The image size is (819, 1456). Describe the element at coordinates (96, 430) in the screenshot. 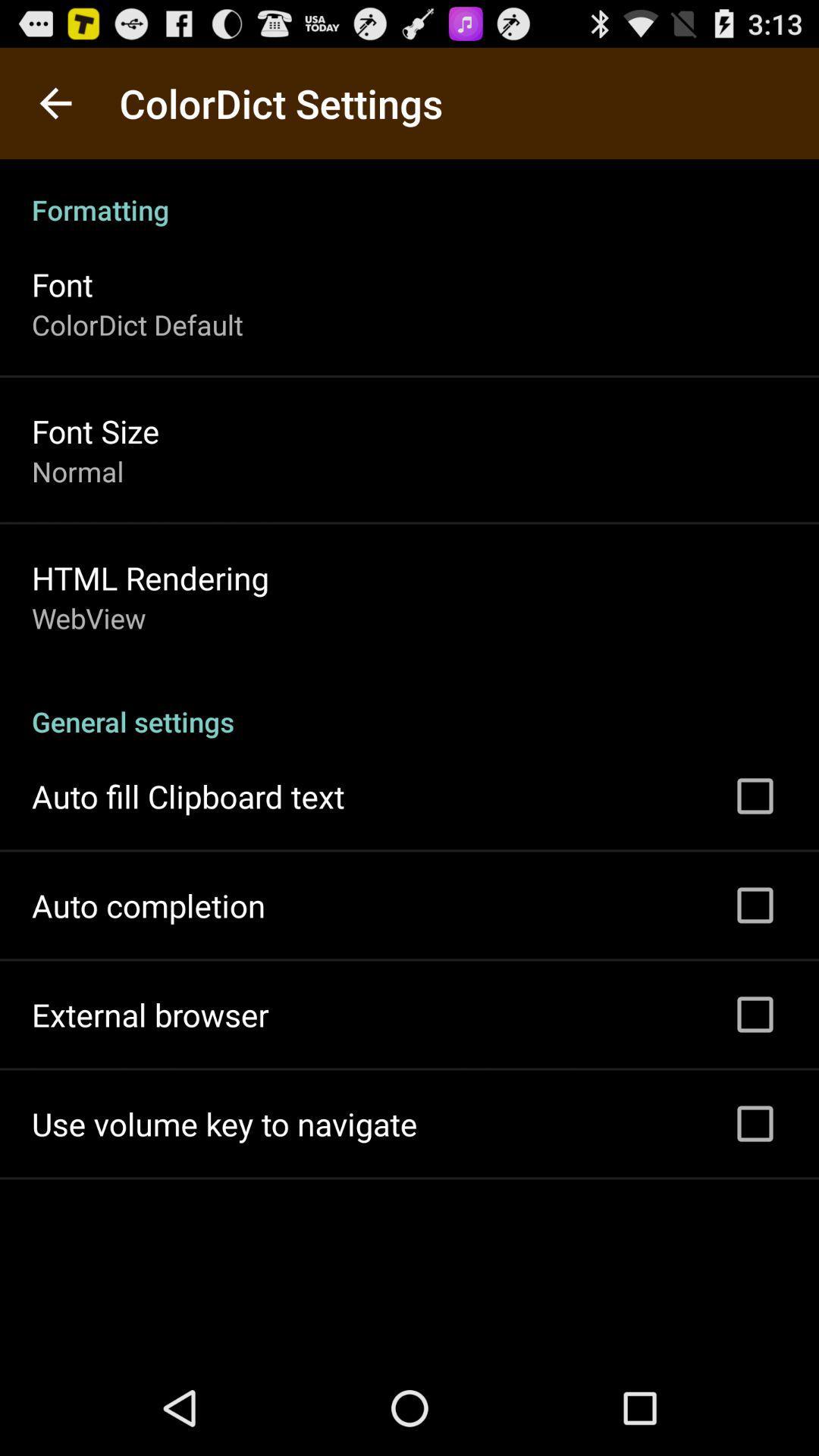

I see `icon below colordict default icon` at that location.